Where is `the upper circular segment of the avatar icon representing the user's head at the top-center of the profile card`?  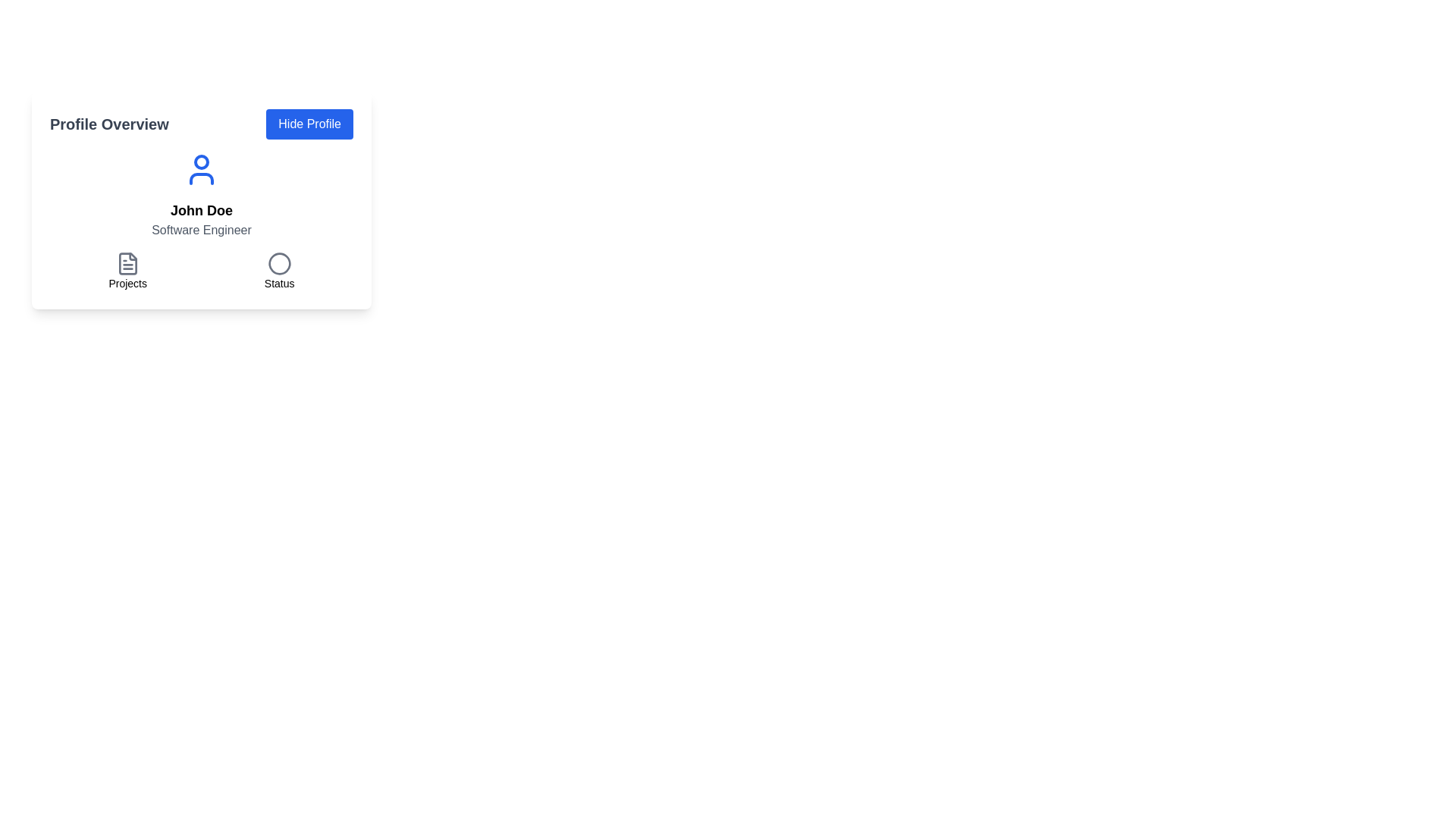 the upper circular segment of the avatar icon representing the user's head at the top-center of the profile card is located at coordinates (200, 162).